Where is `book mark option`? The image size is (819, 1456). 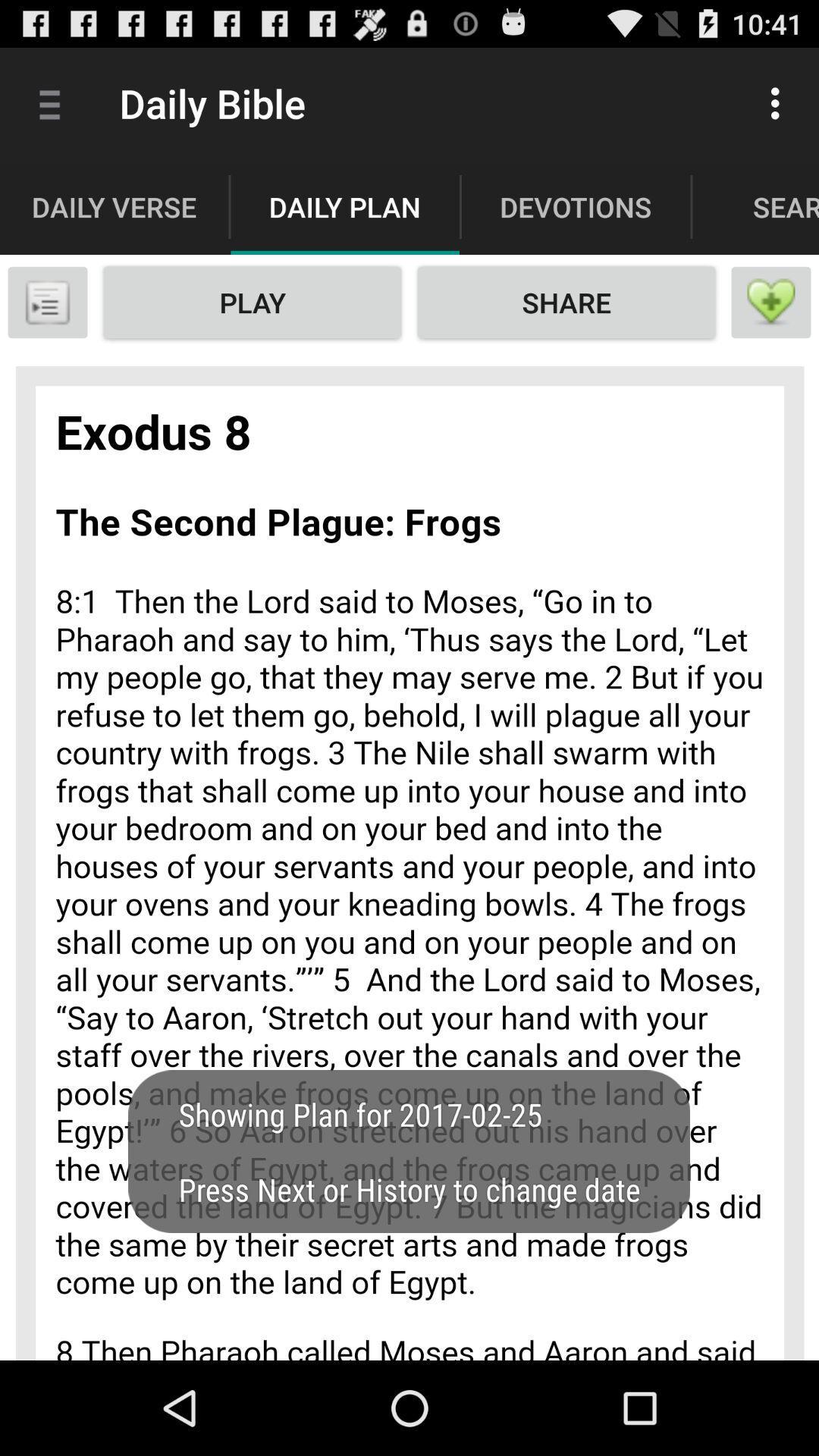
book mark option is located at coordinates (46, 302).